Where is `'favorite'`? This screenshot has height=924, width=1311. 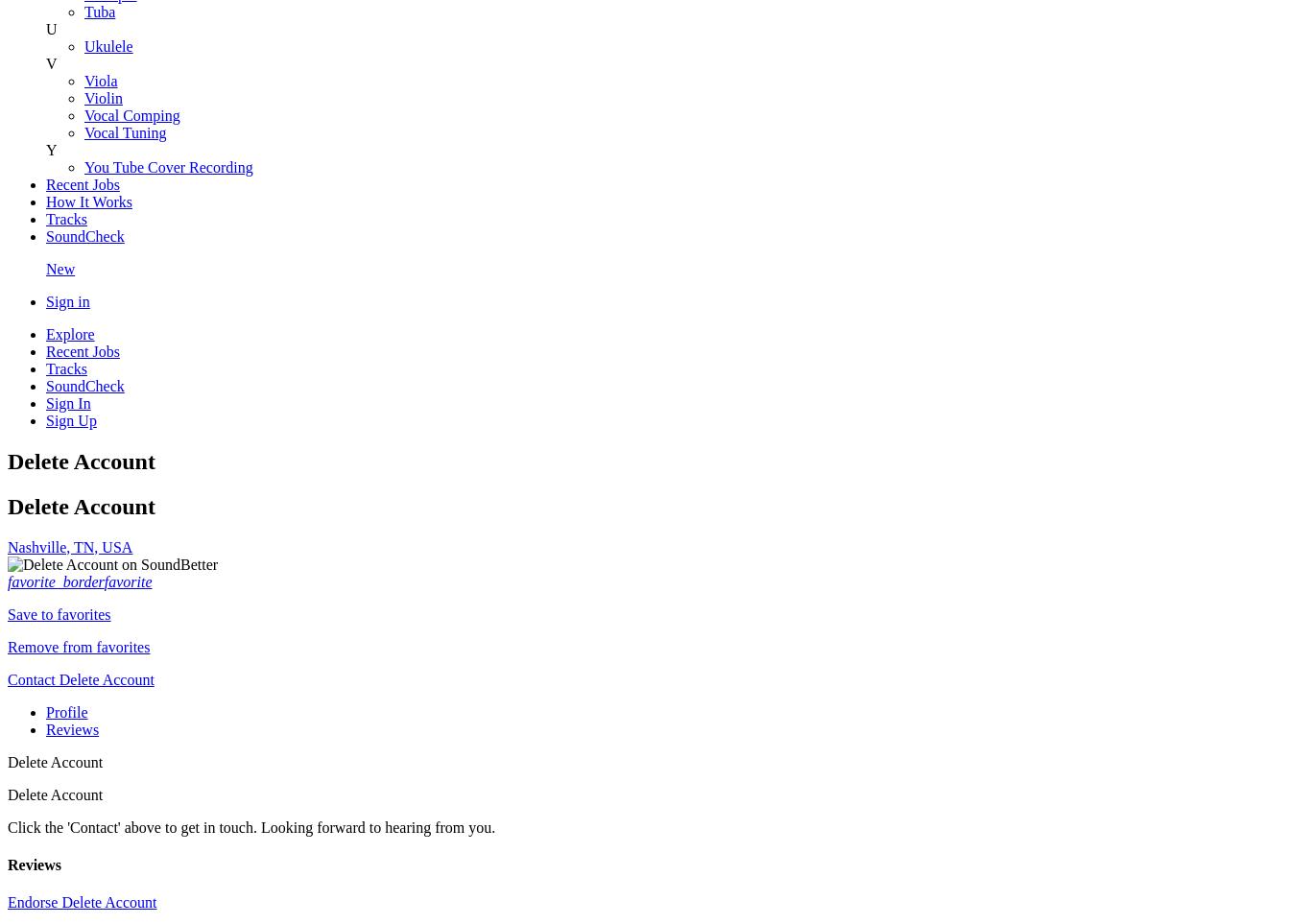
'favorite' is located at coordinates (127, 580).